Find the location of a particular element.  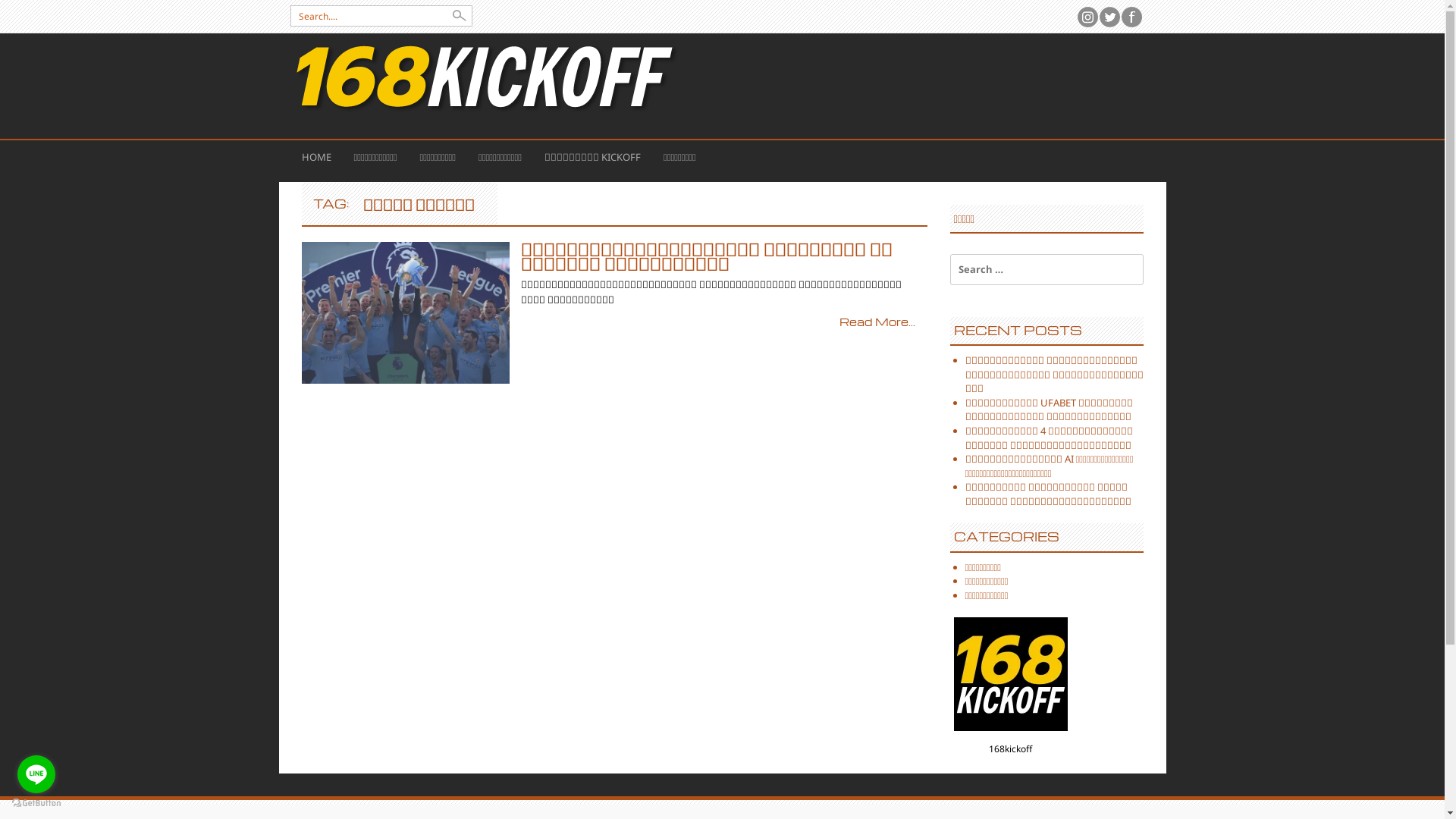

'HOME' is located at coordinates (315, 157).